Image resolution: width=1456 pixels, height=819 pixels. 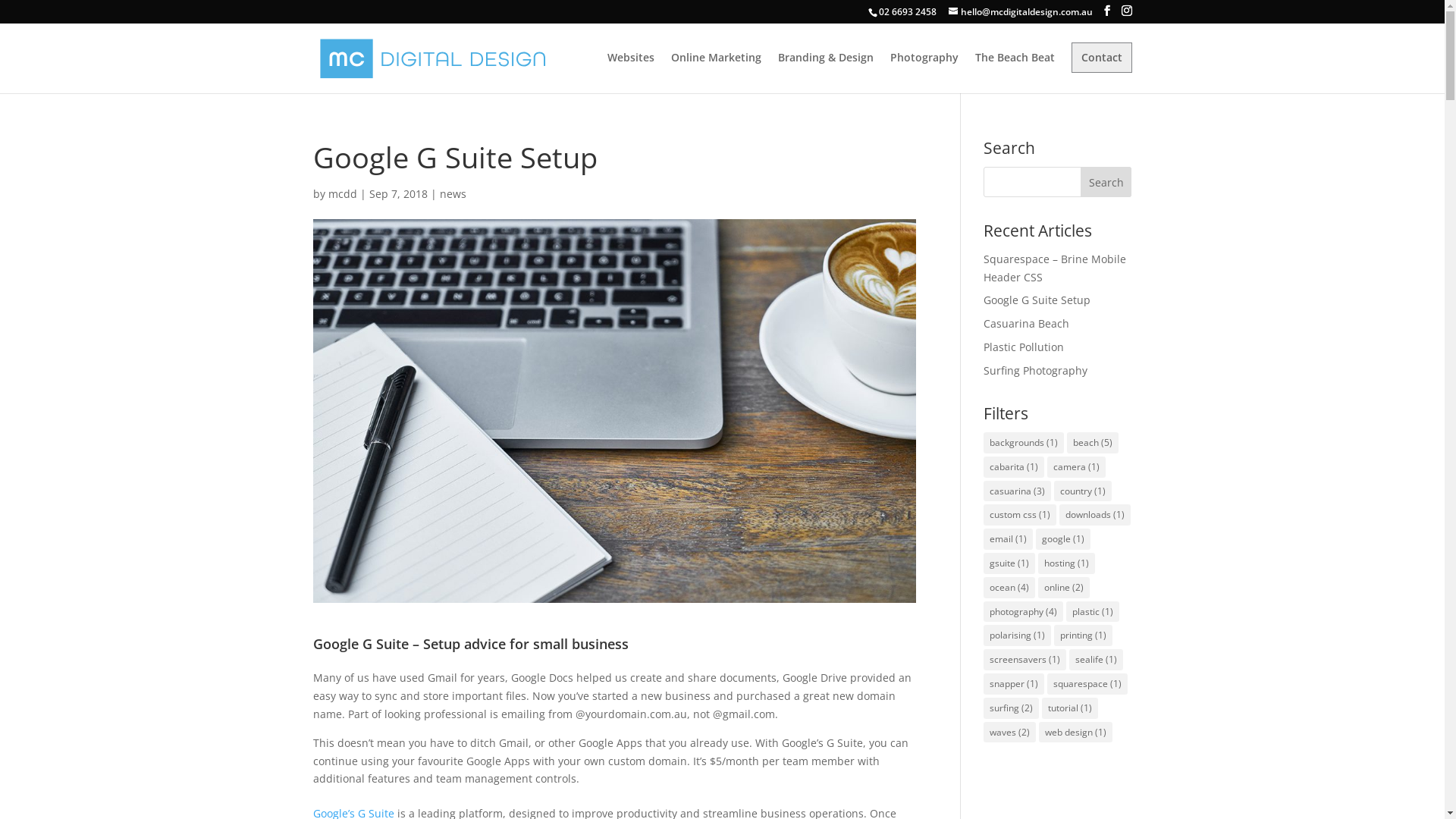 I want to click on 'screensavers (1)', so click(x=1025, y=659).